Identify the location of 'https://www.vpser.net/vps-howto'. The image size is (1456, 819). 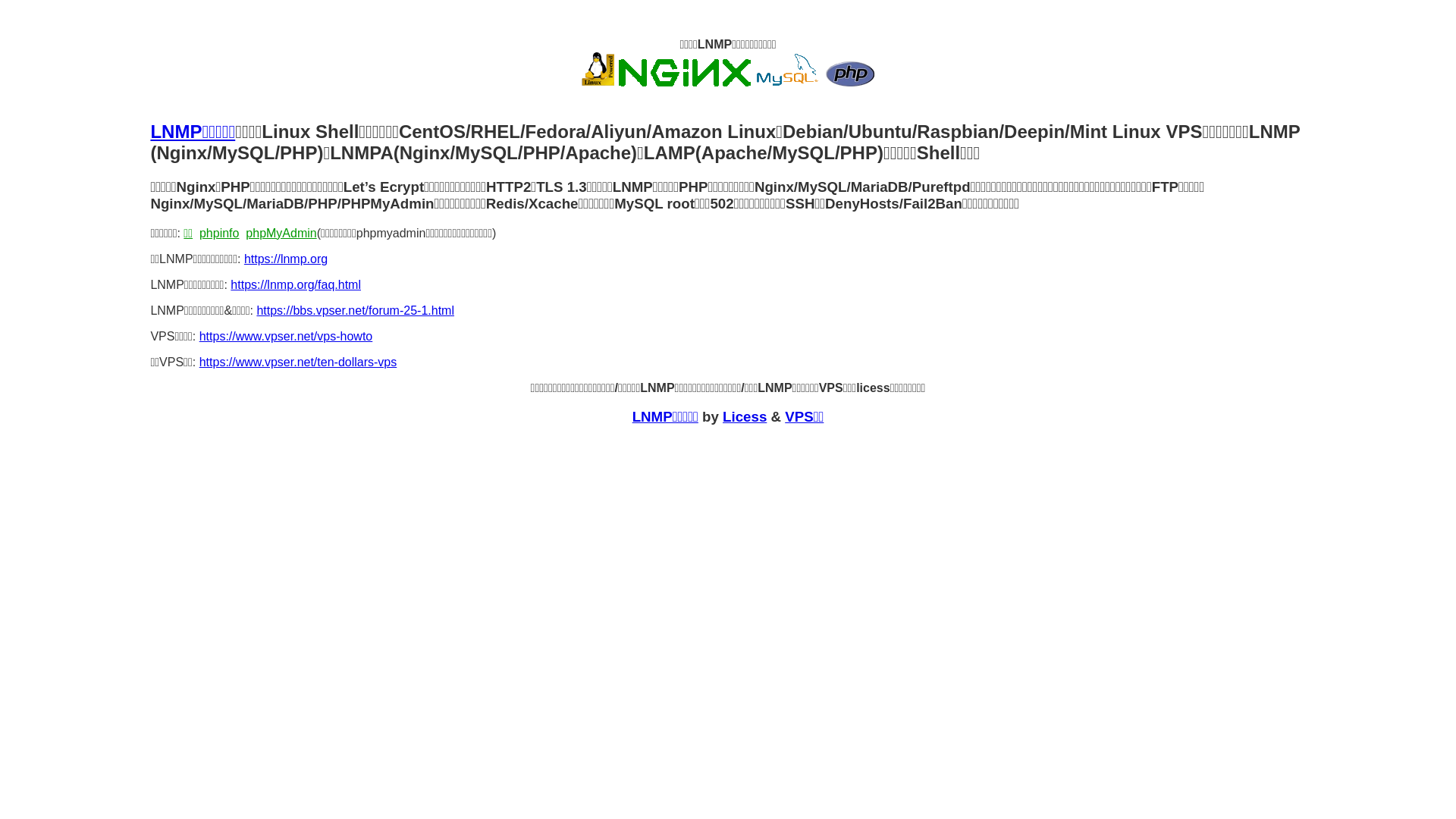
(286, 335).